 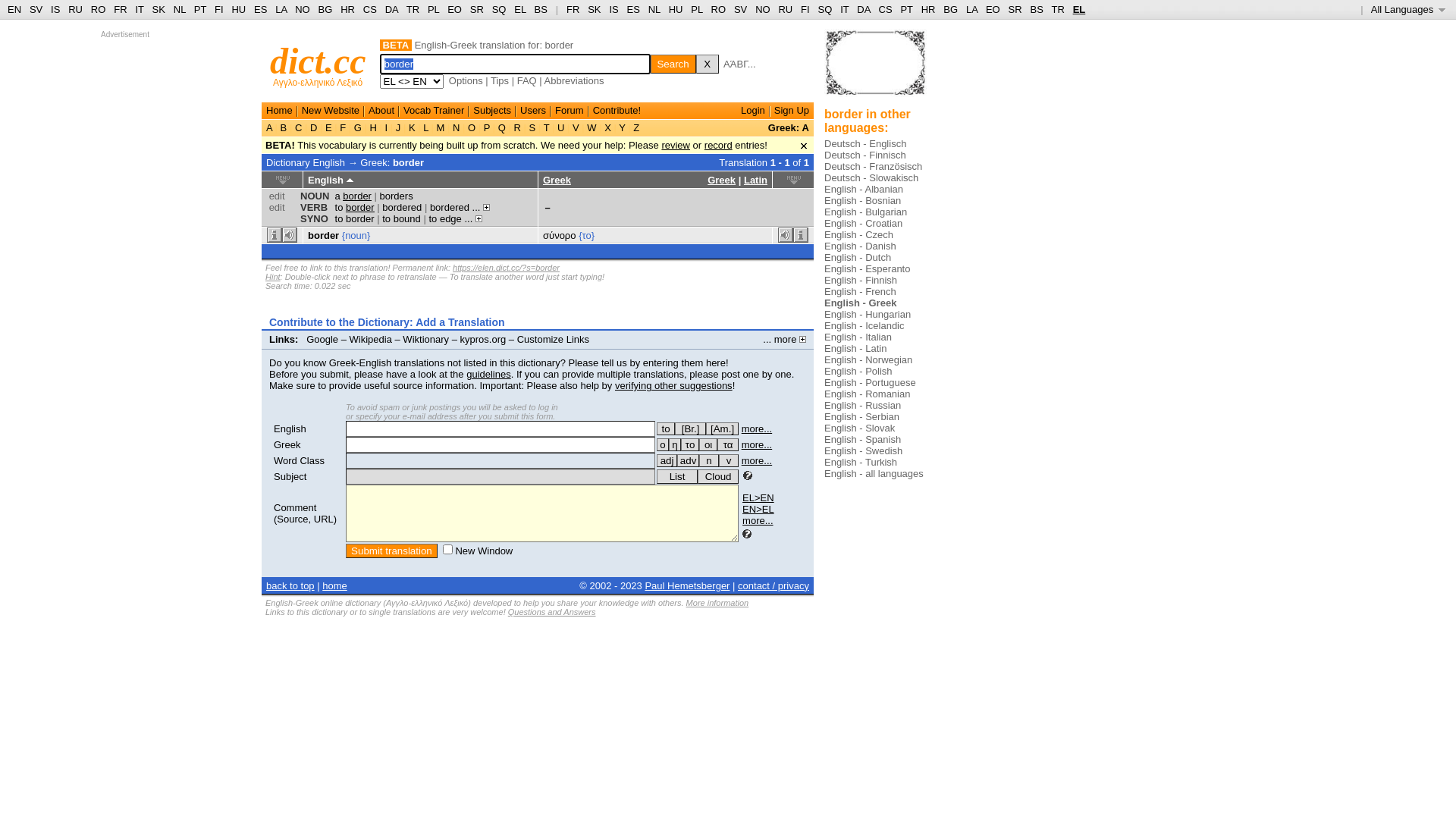 I want to click on 'English - Swedish', so click(x=863, y=450).